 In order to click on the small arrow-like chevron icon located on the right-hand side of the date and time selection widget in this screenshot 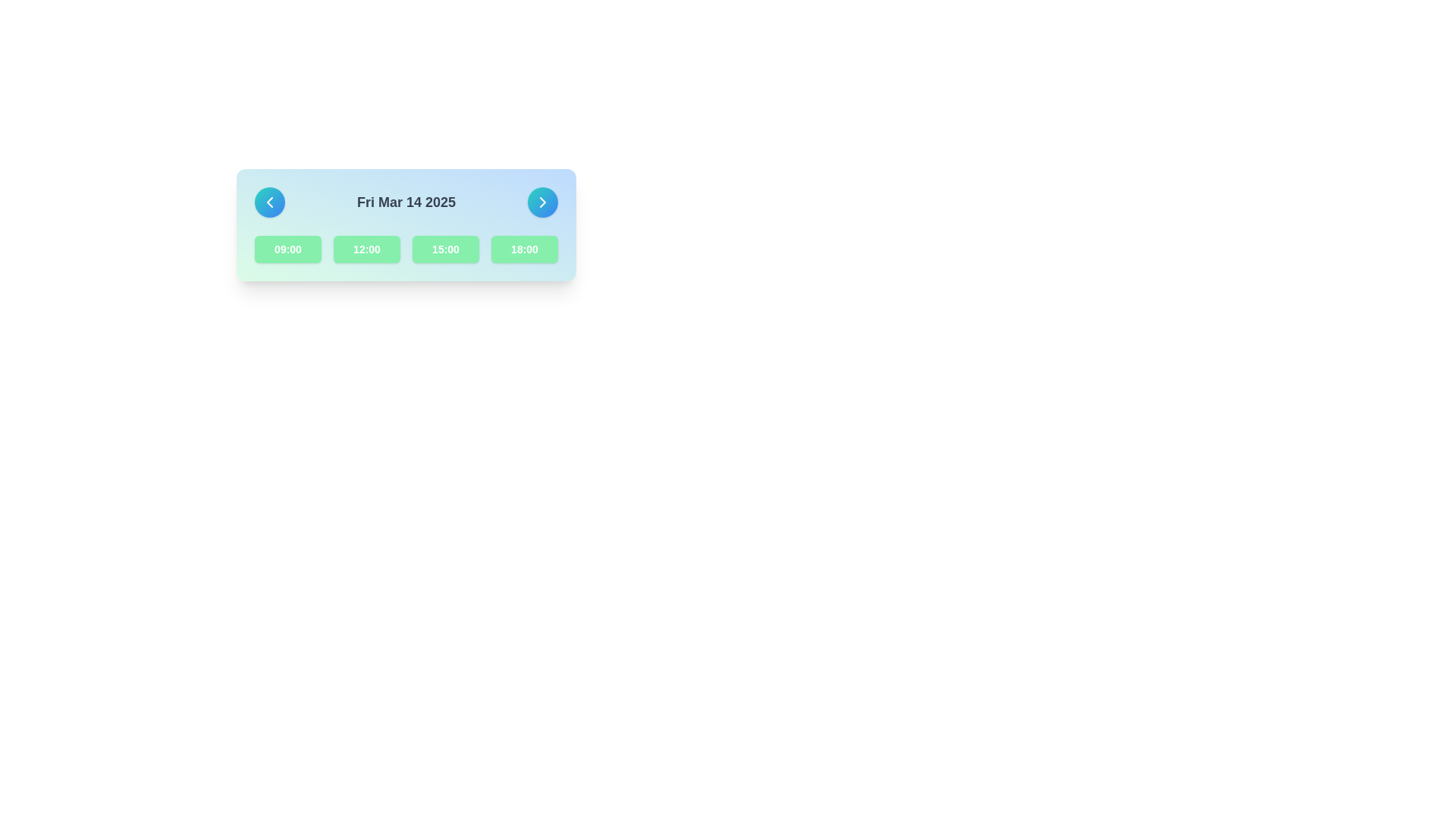, I will do `click(269, 201)`.